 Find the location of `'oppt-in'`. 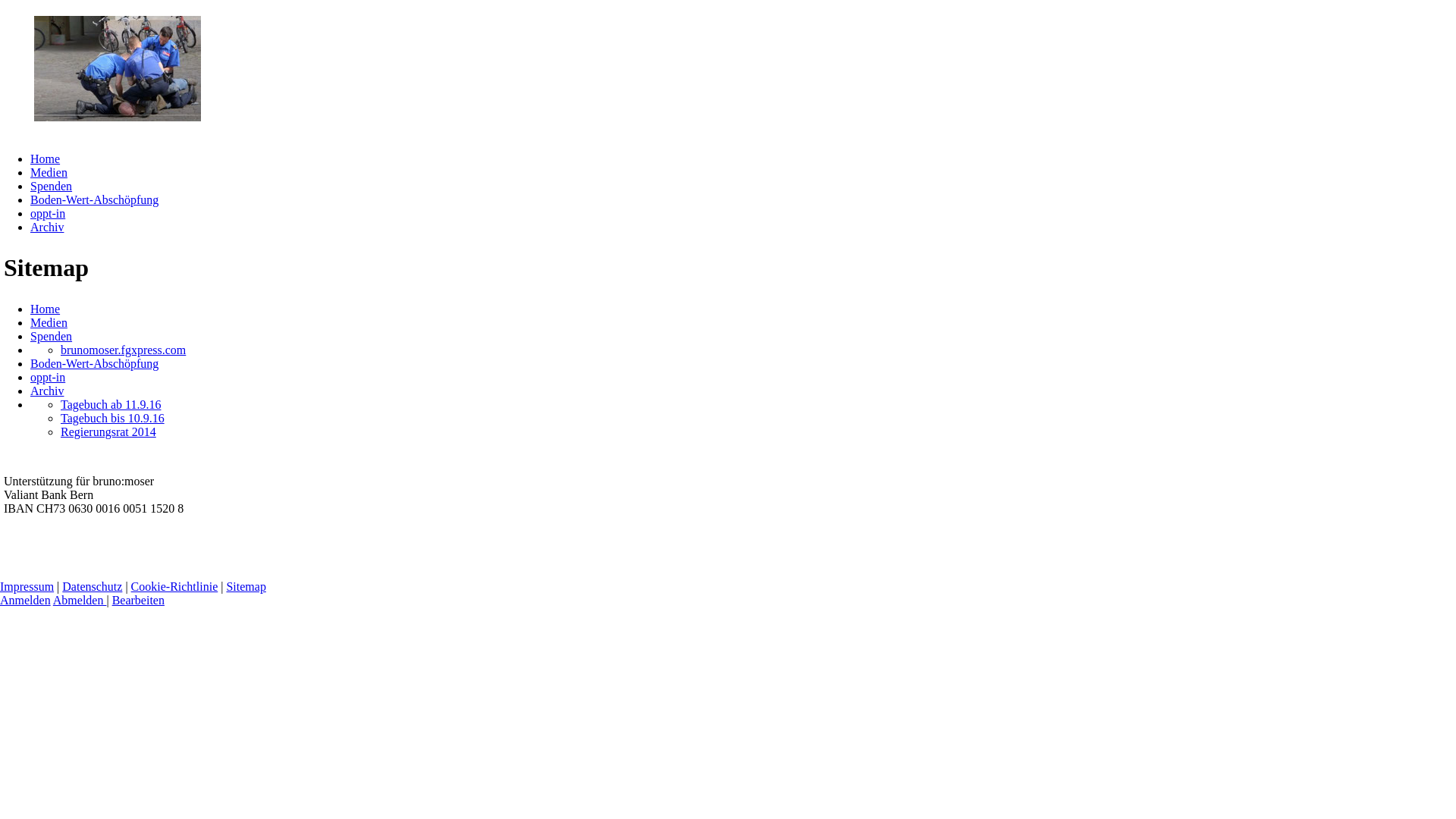

'oppt-in' is located at coordinates (47, 213).